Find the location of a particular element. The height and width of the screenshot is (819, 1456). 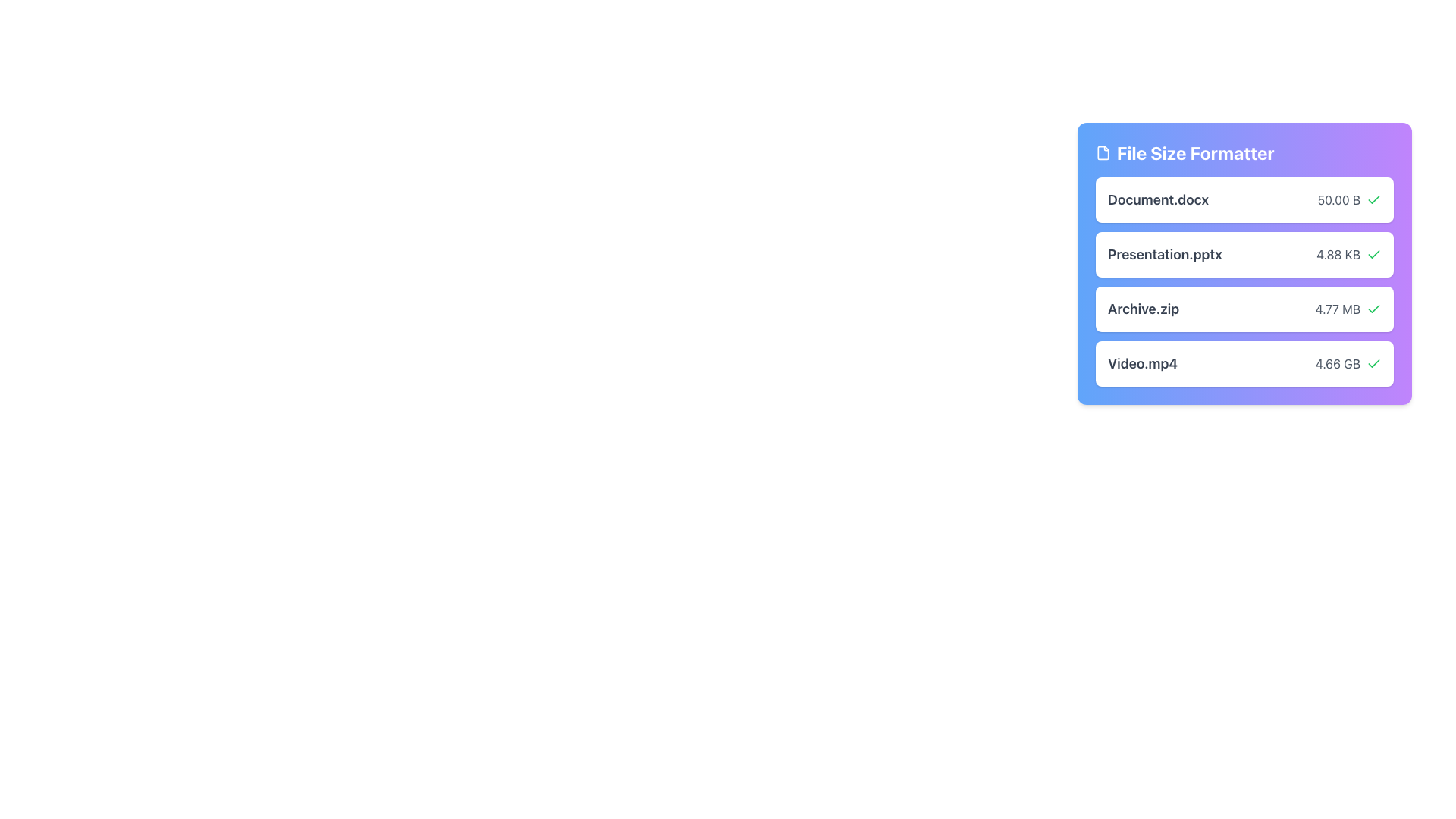

the leftmost text portion of the first row in the vertically stacked list-like component that displays the document file name, located next is located at coordinates (1157, 199).